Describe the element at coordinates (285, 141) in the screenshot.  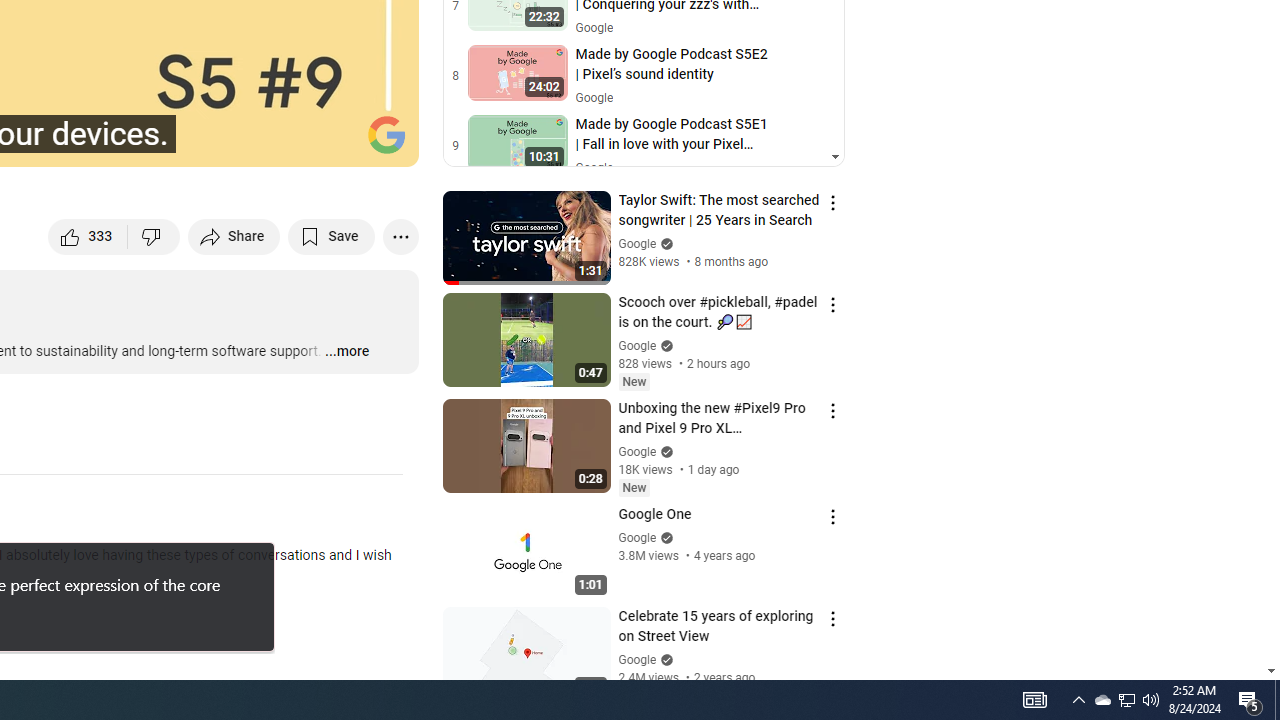
I see `'Miniplayer (i)'` at that location.